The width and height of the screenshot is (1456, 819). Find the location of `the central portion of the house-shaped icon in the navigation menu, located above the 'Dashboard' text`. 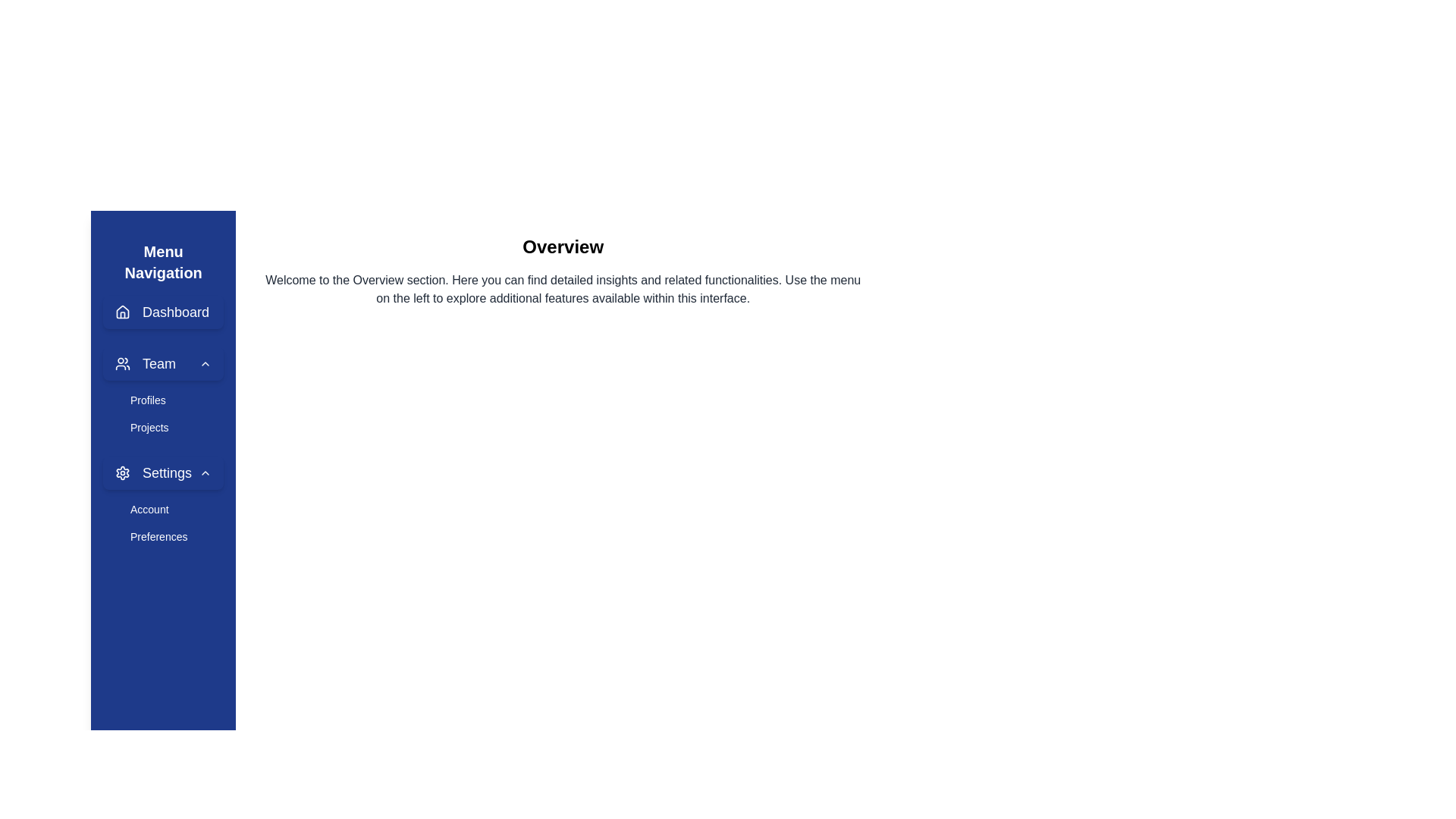

the central portion of the house-shaped icon in the navigation menu, located above the 'Dashboard' text is located at coordinates (123, 311).